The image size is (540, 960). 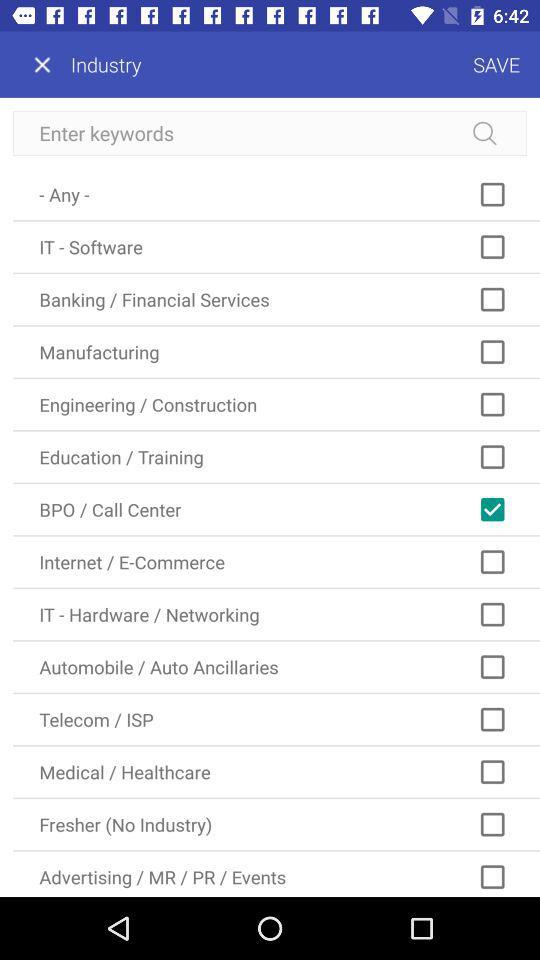 I want to click on the icon next to the industry item, so click(x=339, y=64).